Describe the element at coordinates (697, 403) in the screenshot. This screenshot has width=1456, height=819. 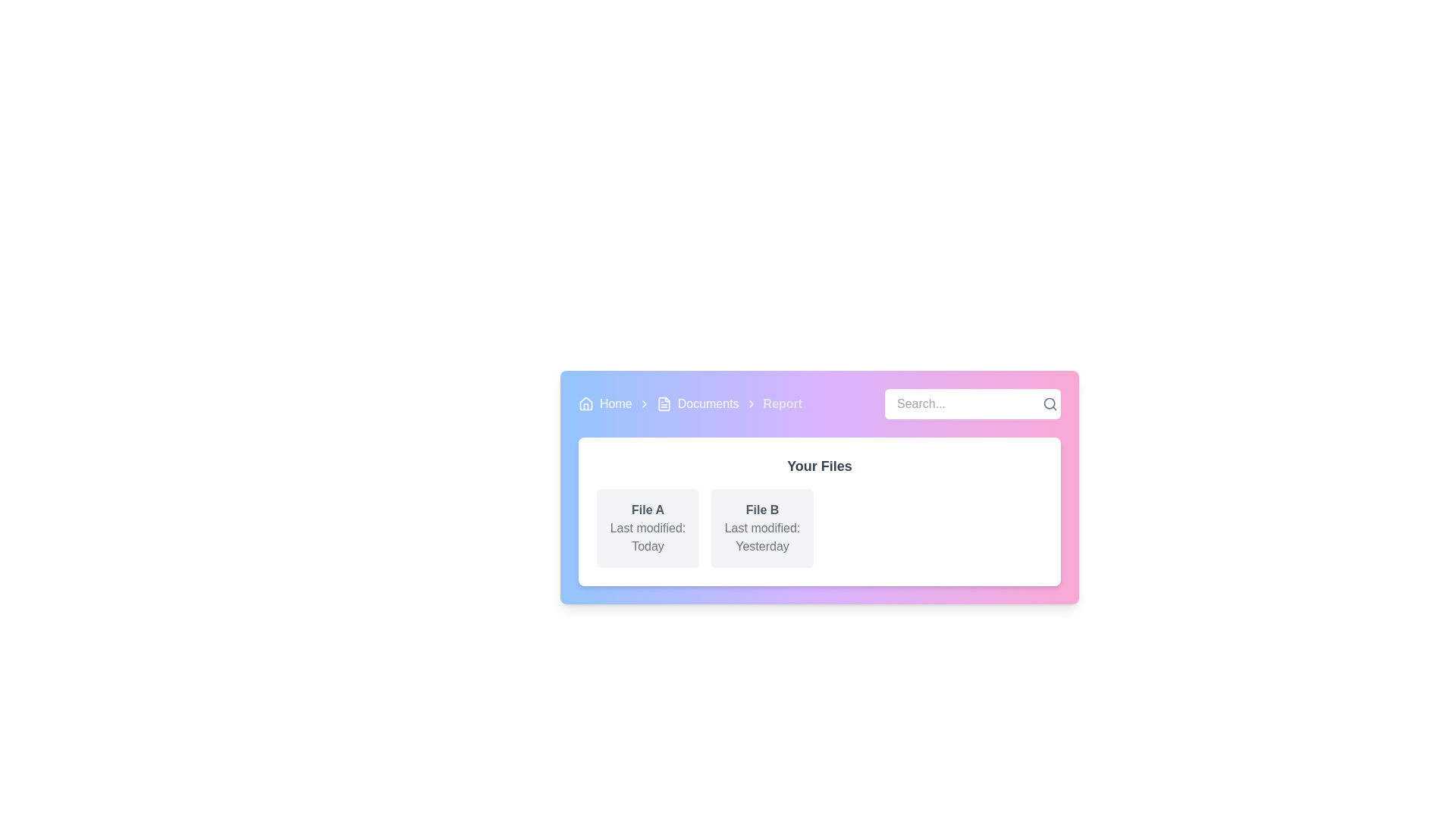
I see `the 'Documents' clickable navigation link with an icon` at that location.